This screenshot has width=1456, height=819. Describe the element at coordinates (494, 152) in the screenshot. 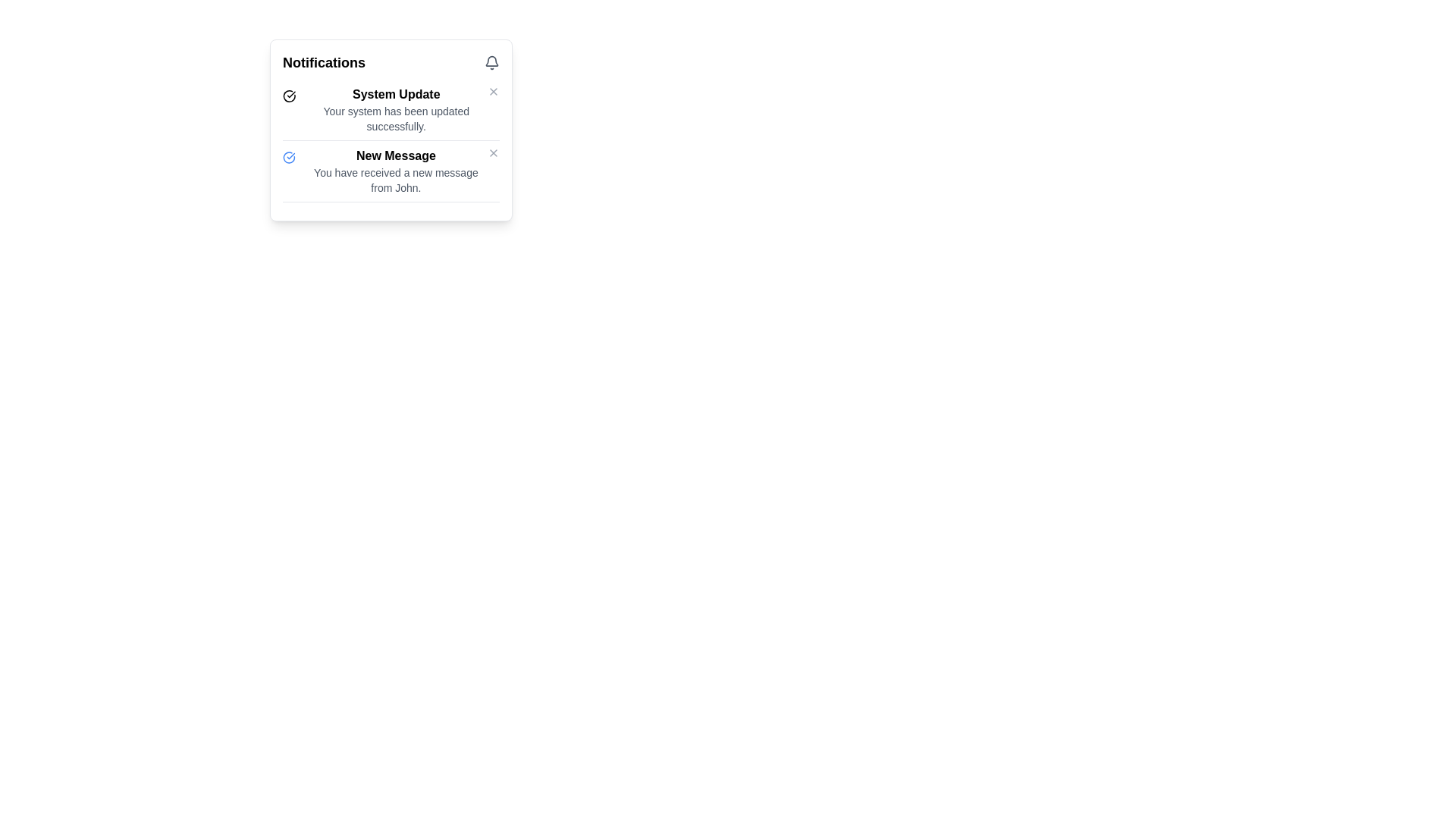

I see `the close button (X icon) located at the top right corner of the 'New Message' section in the notifications list` at that location.